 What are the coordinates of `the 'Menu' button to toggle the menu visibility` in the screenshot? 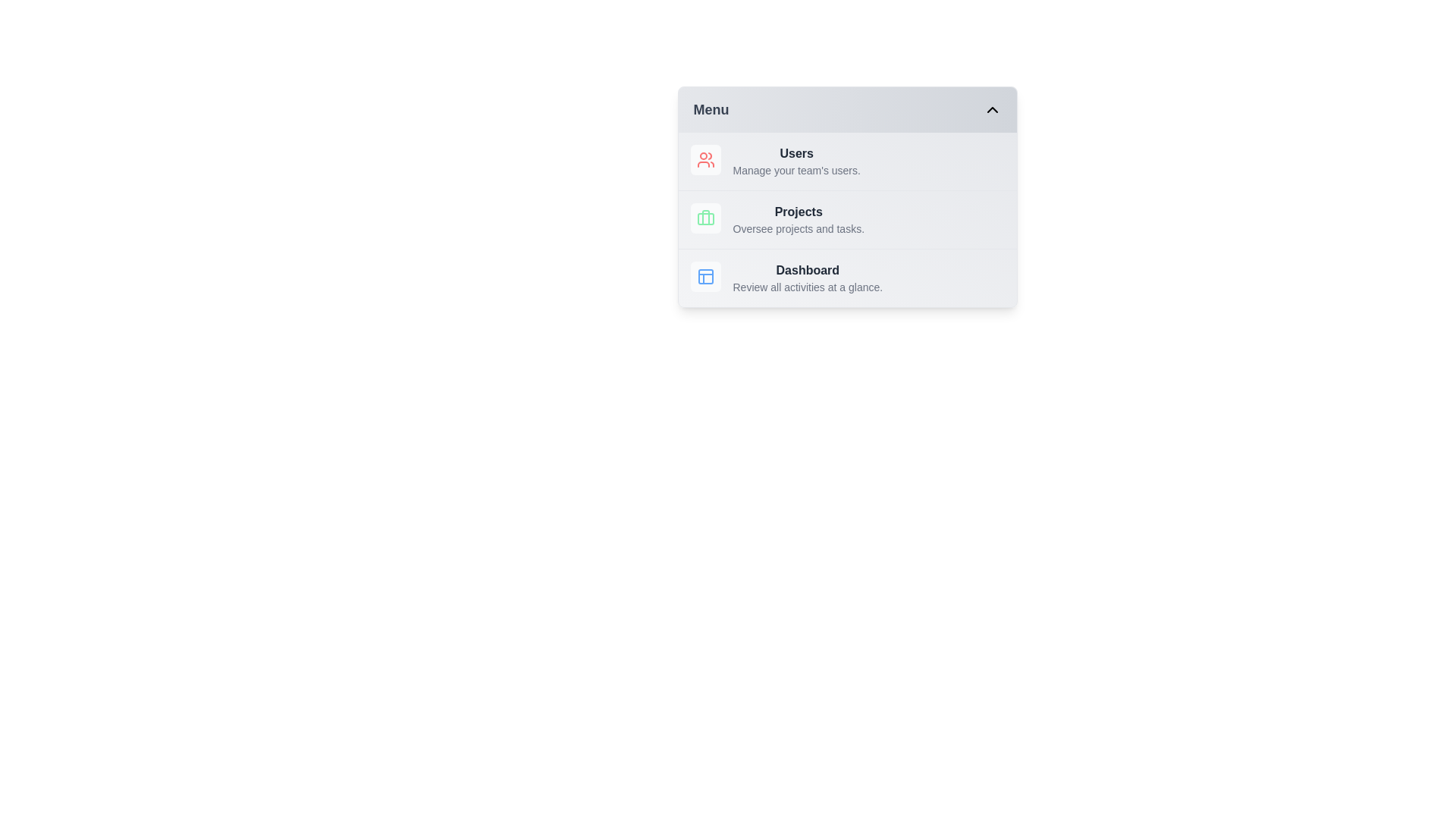 It's located at (846, 109).